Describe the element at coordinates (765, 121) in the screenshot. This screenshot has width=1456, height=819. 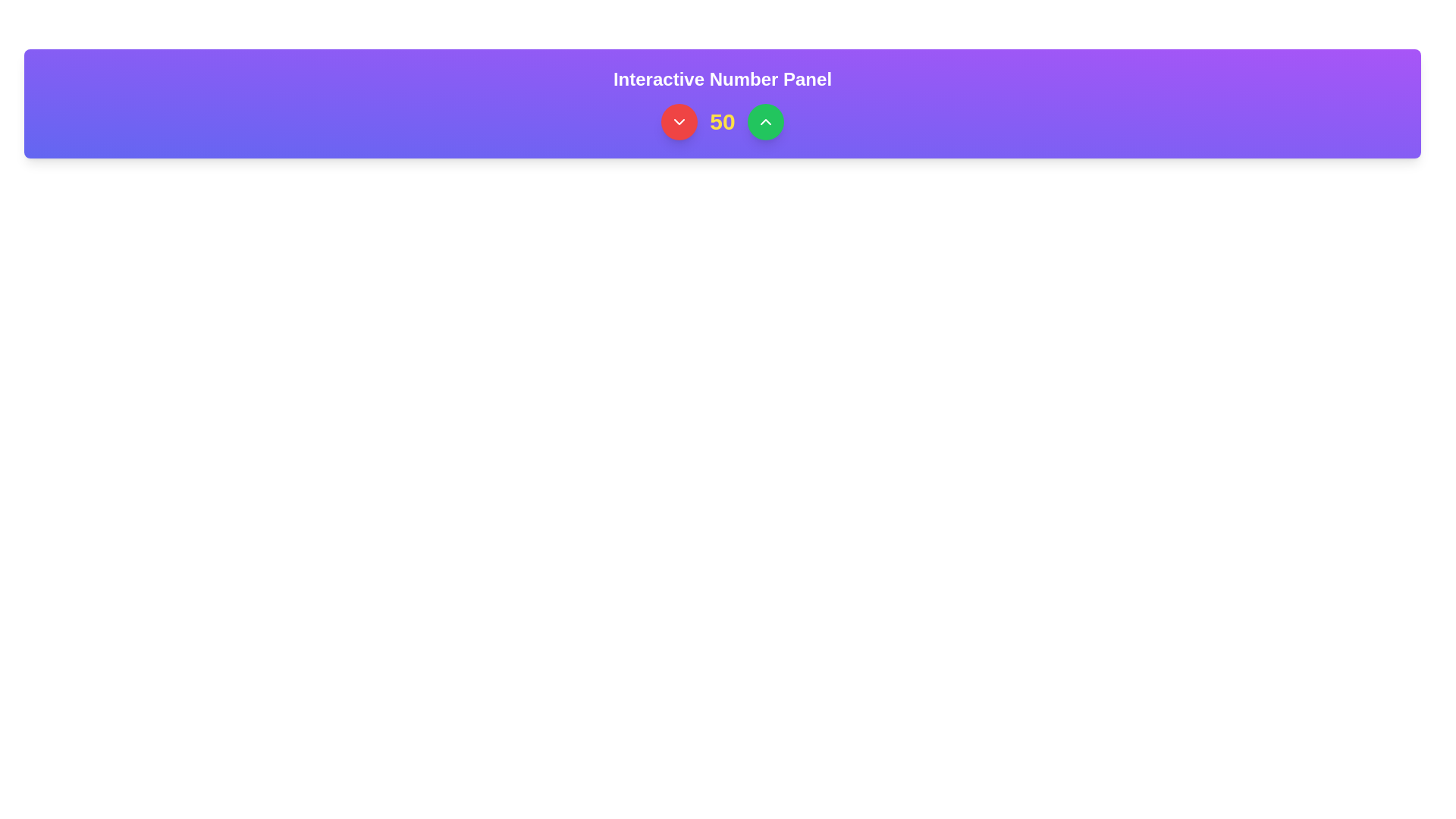
I see `the upward-pointing icon button` at that location.